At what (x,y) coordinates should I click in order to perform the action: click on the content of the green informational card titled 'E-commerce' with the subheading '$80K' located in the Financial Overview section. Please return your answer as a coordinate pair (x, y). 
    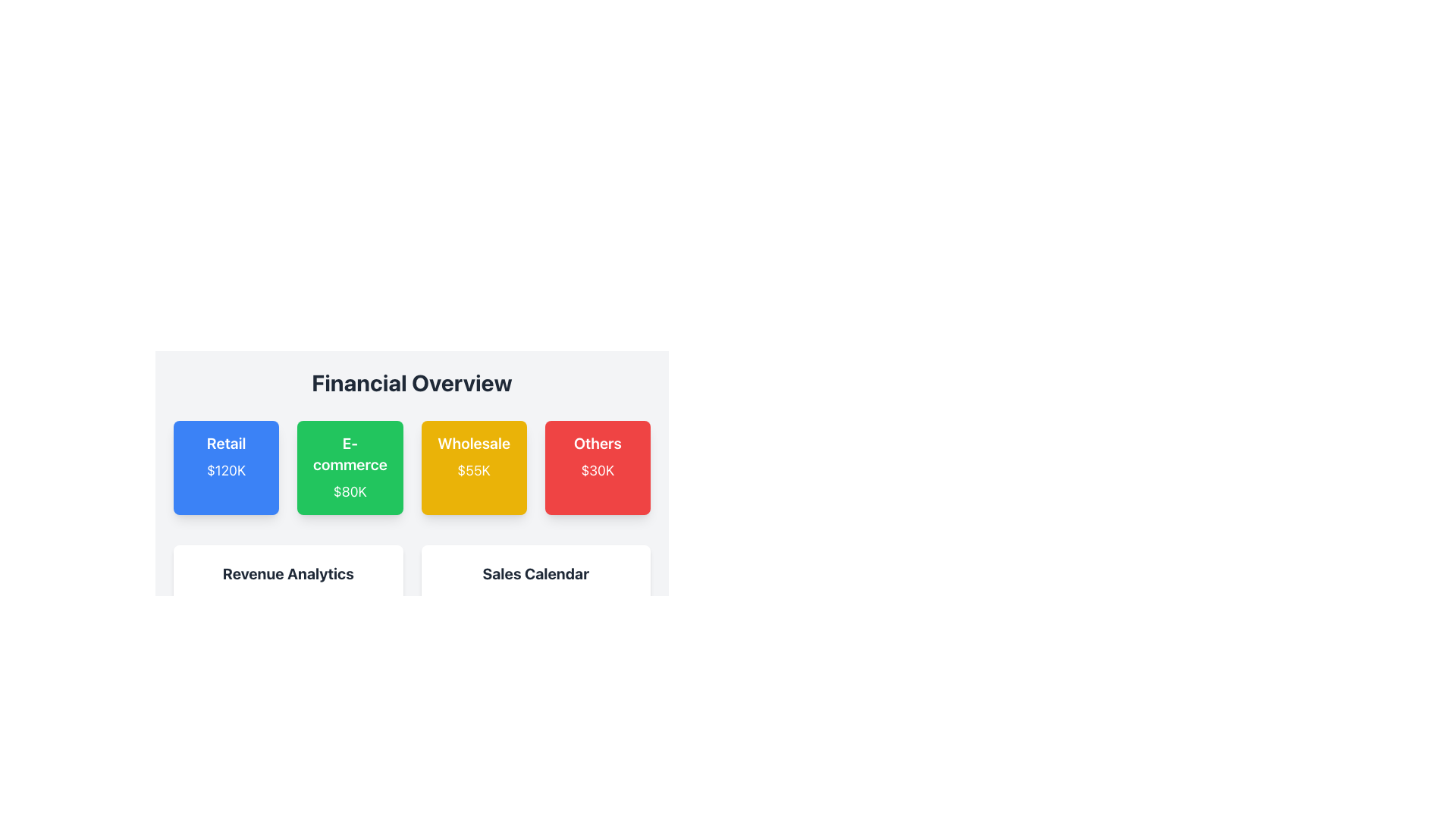
    Looking at the image, I should click on (349, 467).